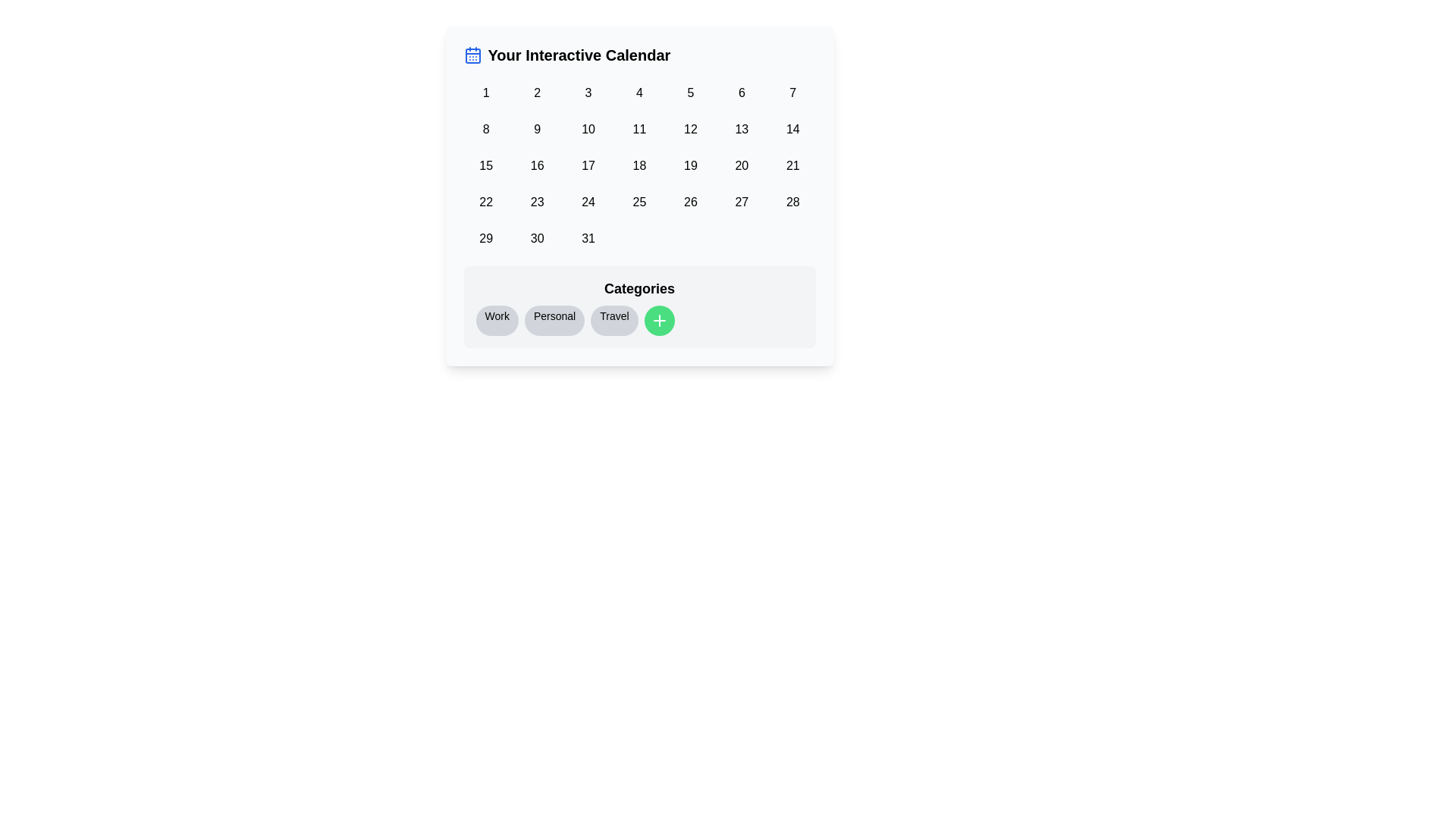 The image size is (1456, 819). What do you see at coordinates (578, 55) in the screenshot?
I see `the text label displaying 'Your Interactive Calendar' which is prominently styled in bold, large font color black, located at the top left of the calendar interface` at bounding box center [578, 55].